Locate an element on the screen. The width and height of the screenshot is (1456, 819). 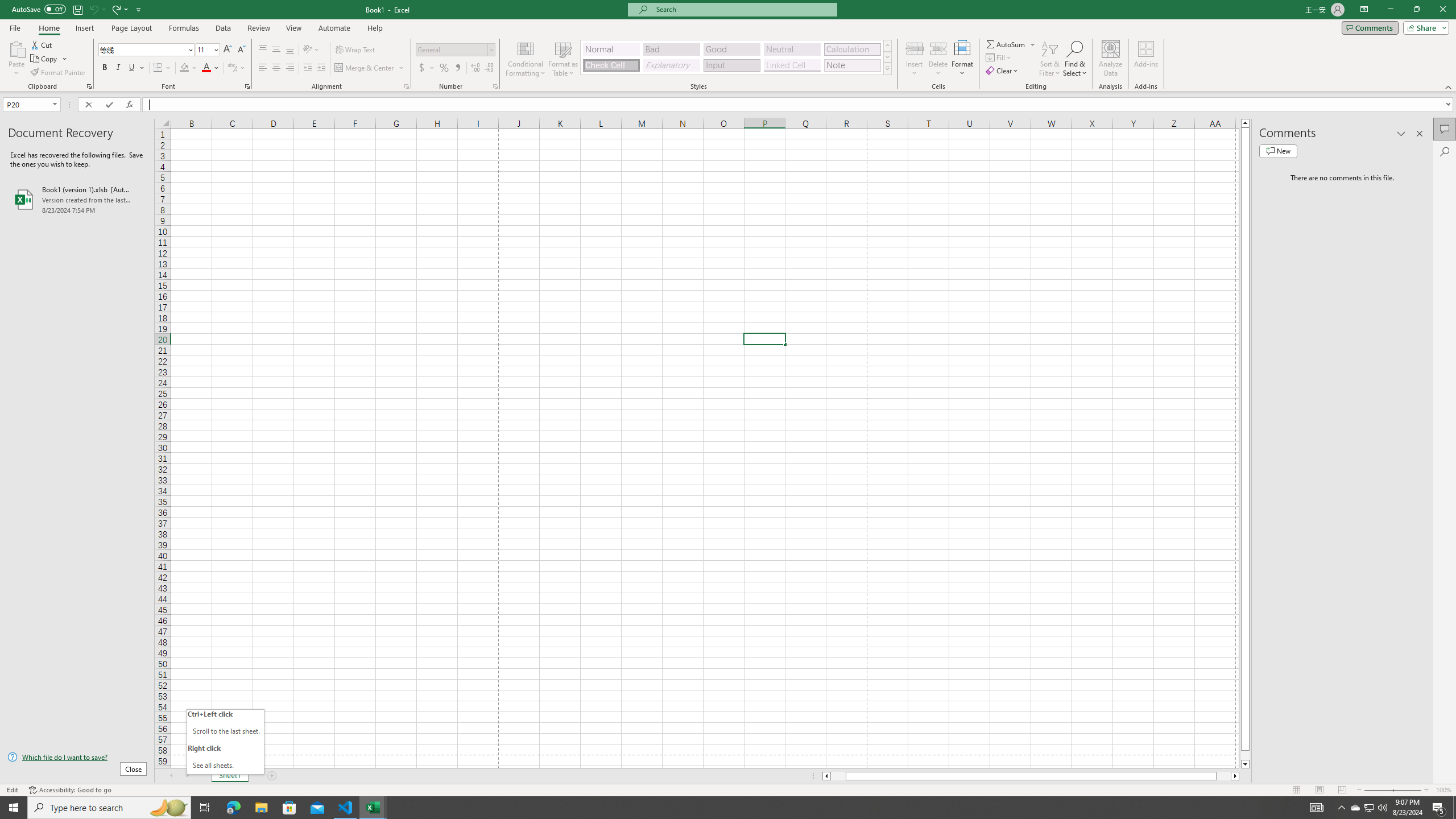
'Underline' is located at coordinates (131, 67).